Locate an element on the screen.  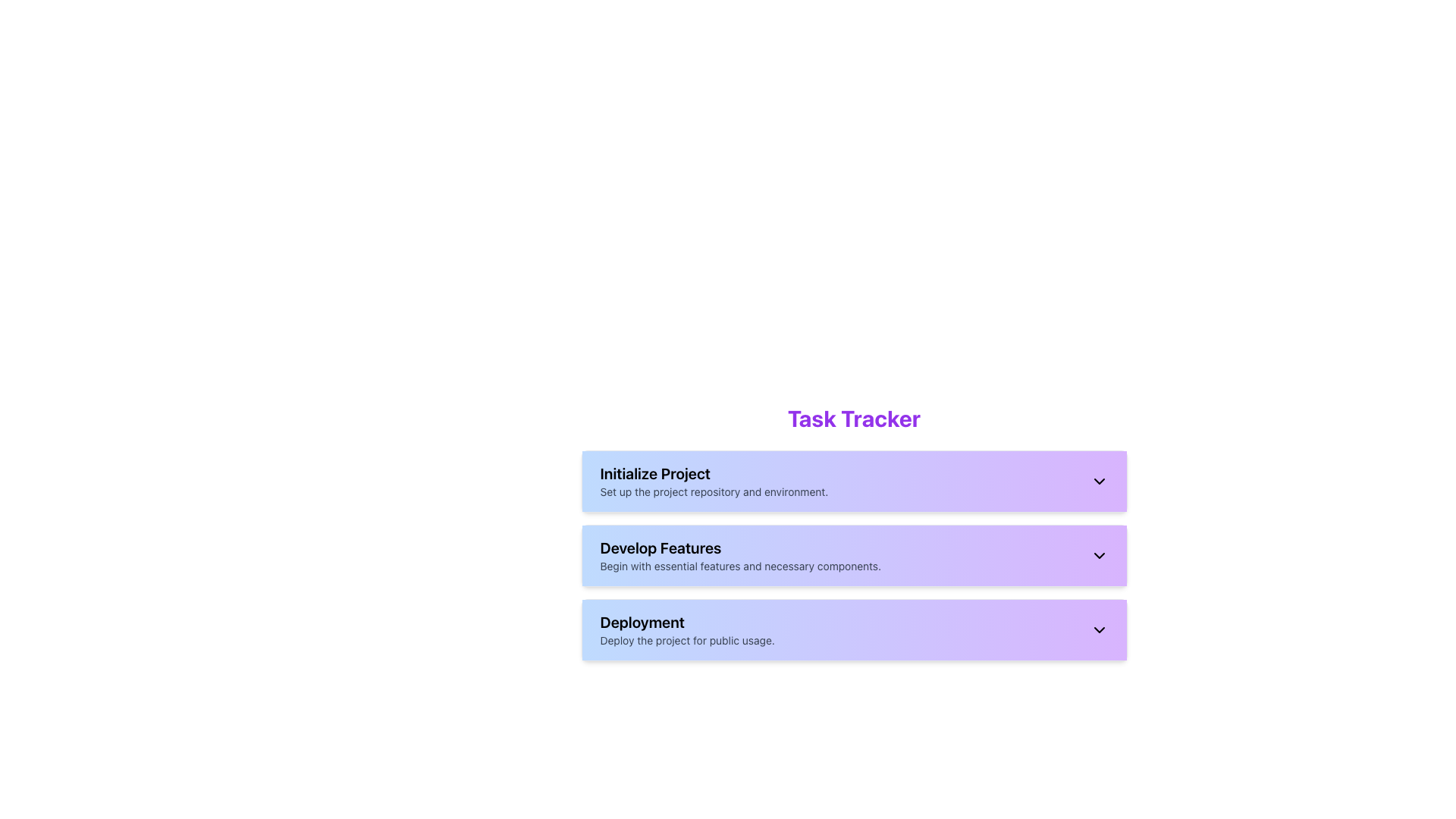
the non-interactive text block providing additional details for the heading 'Initialize Project', located directly beneath it is located at coordinates (713, 491).